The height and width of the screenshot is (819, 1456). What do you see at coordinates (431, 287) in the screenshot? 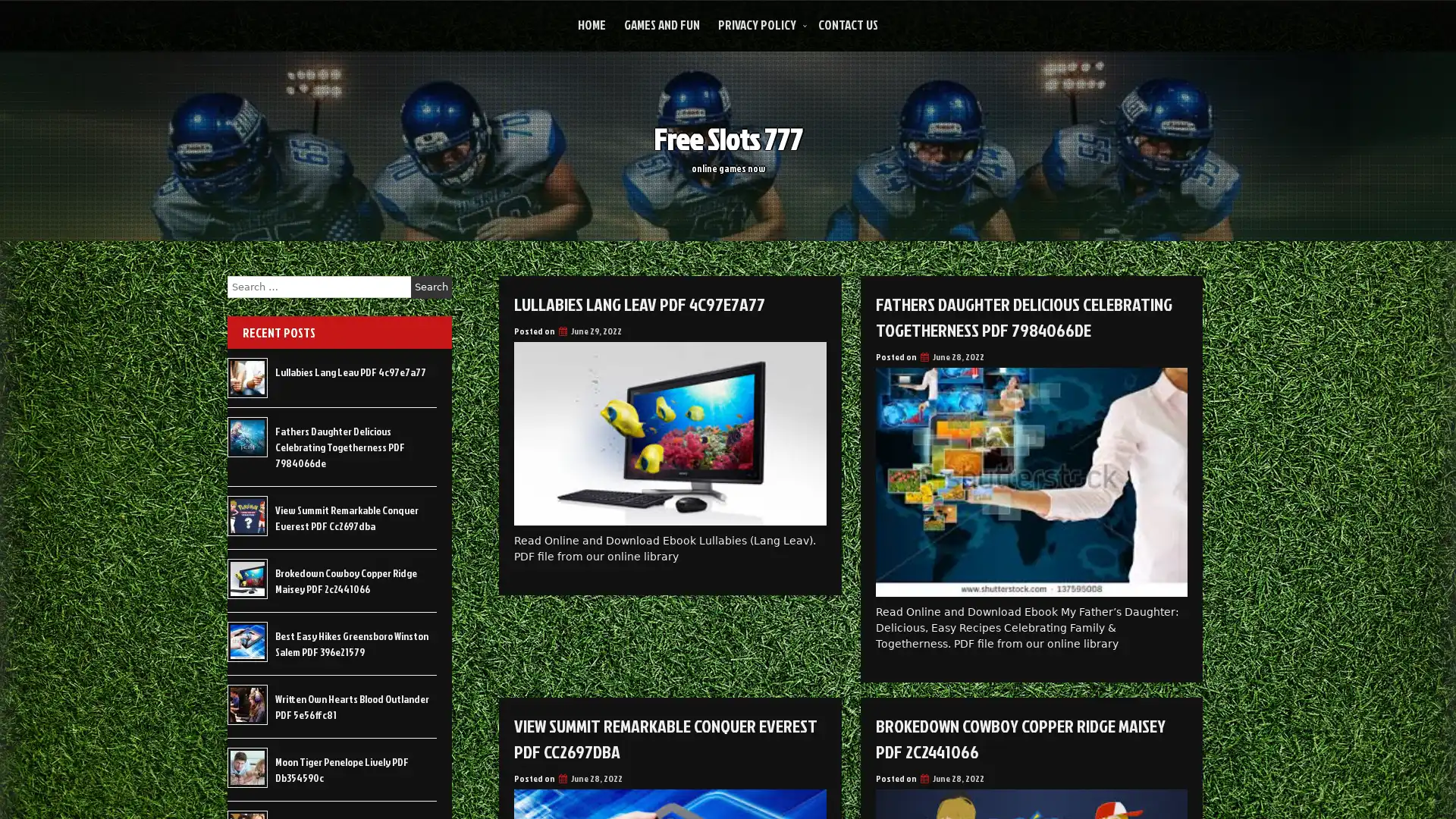
I see `Search` at bounding box center [431, 287].